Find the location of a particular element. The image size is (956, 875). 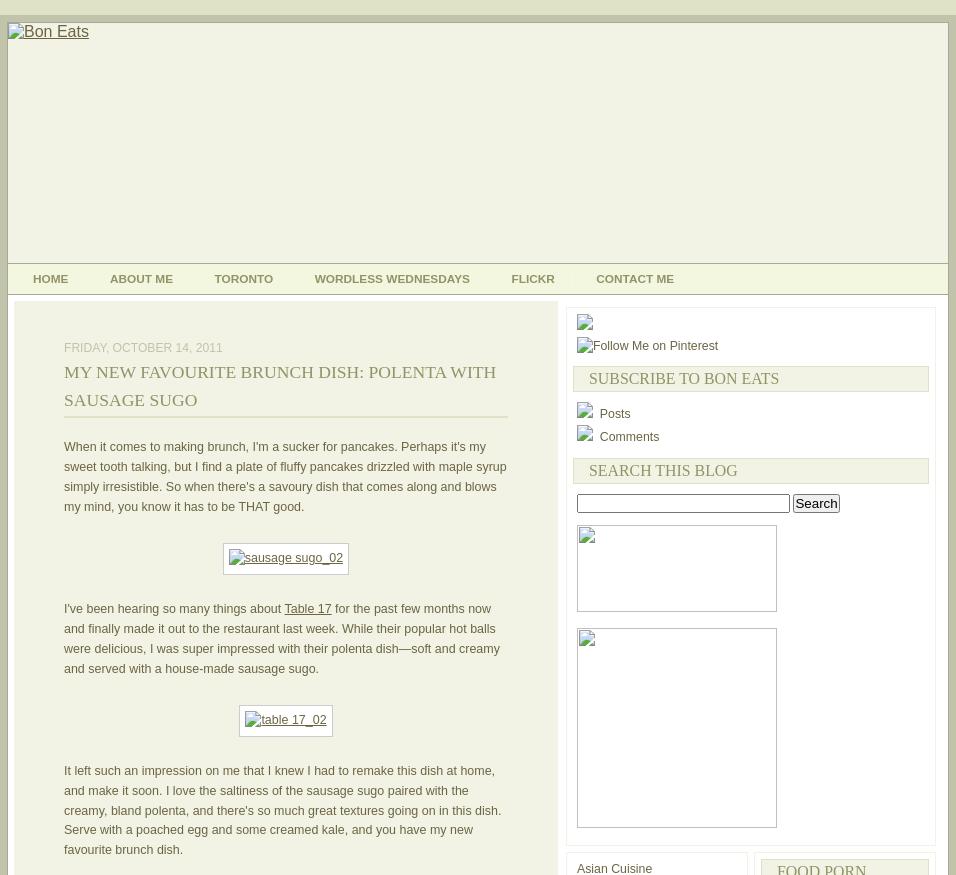

'About Me' is located at coordinates (141, 278).